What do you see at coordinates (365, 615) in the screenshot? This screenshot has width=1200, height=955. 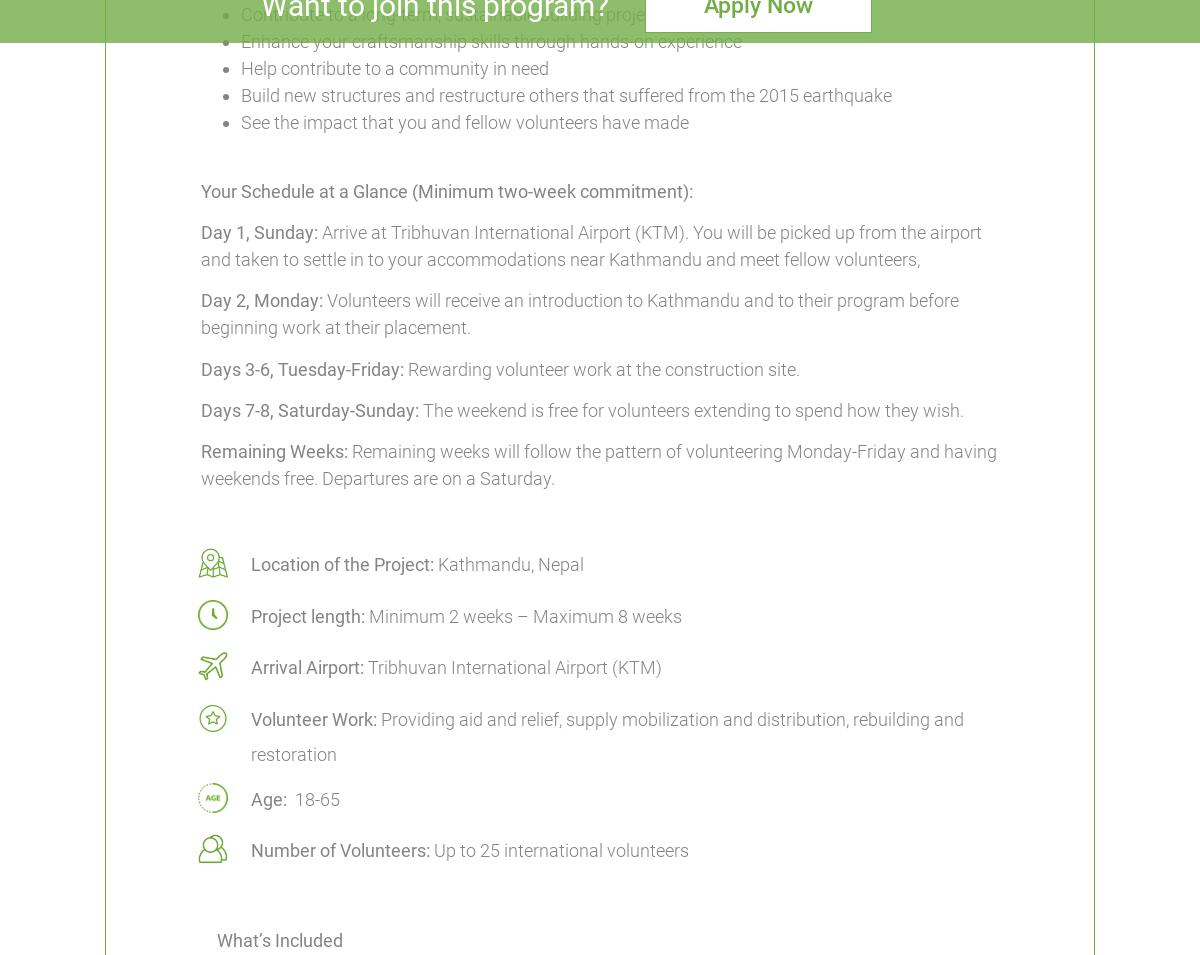 I see `'Minimum 2 weeks – Maximum 8 weeks'` at bounding box center [365, 615].